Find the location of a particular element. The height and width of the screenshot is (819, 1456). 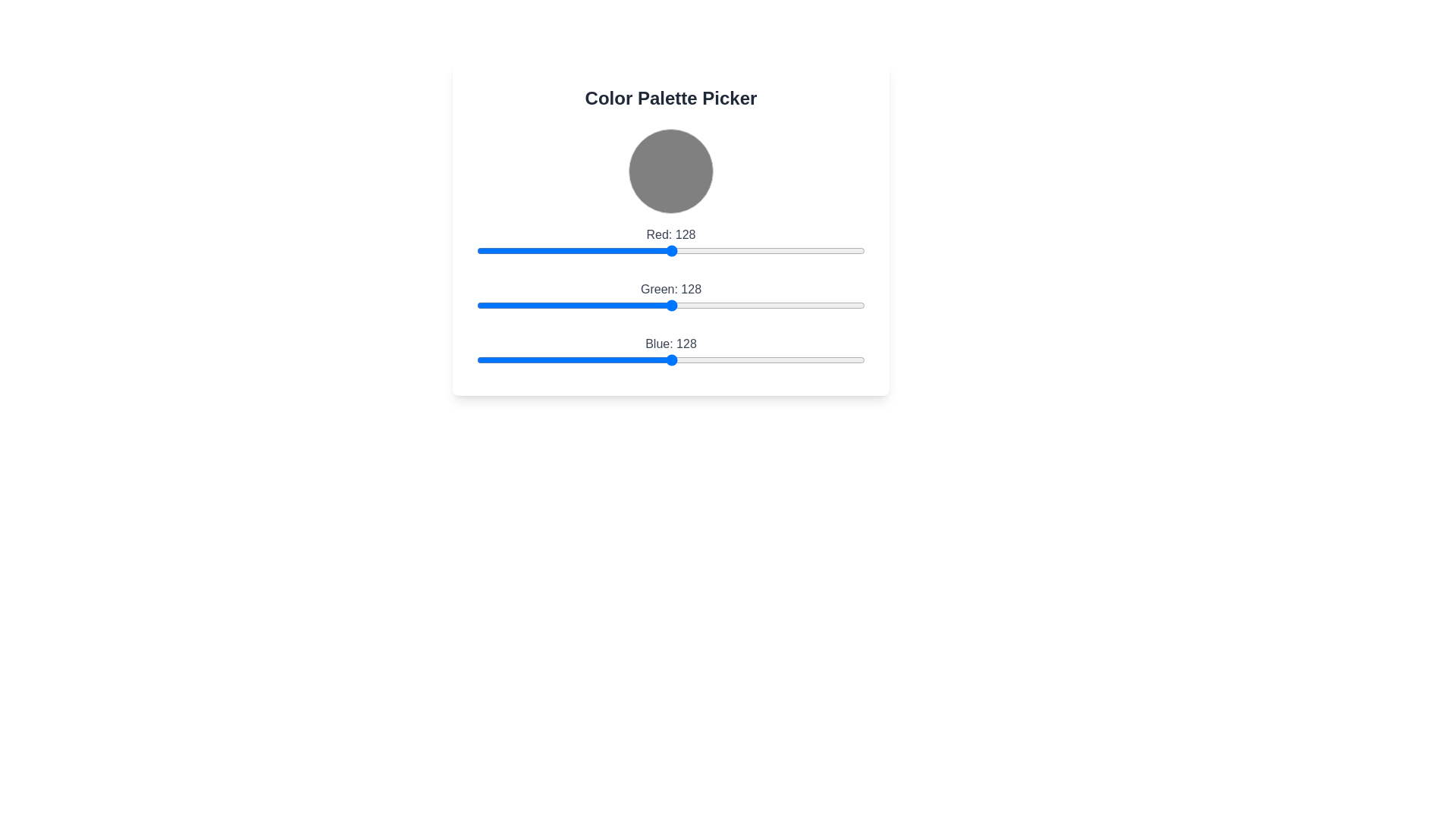

the range slider, which is the first of three stacked sliders located beneath the 'Red: 128' label, to provide visual feedback is located at coordinates (670, 250).